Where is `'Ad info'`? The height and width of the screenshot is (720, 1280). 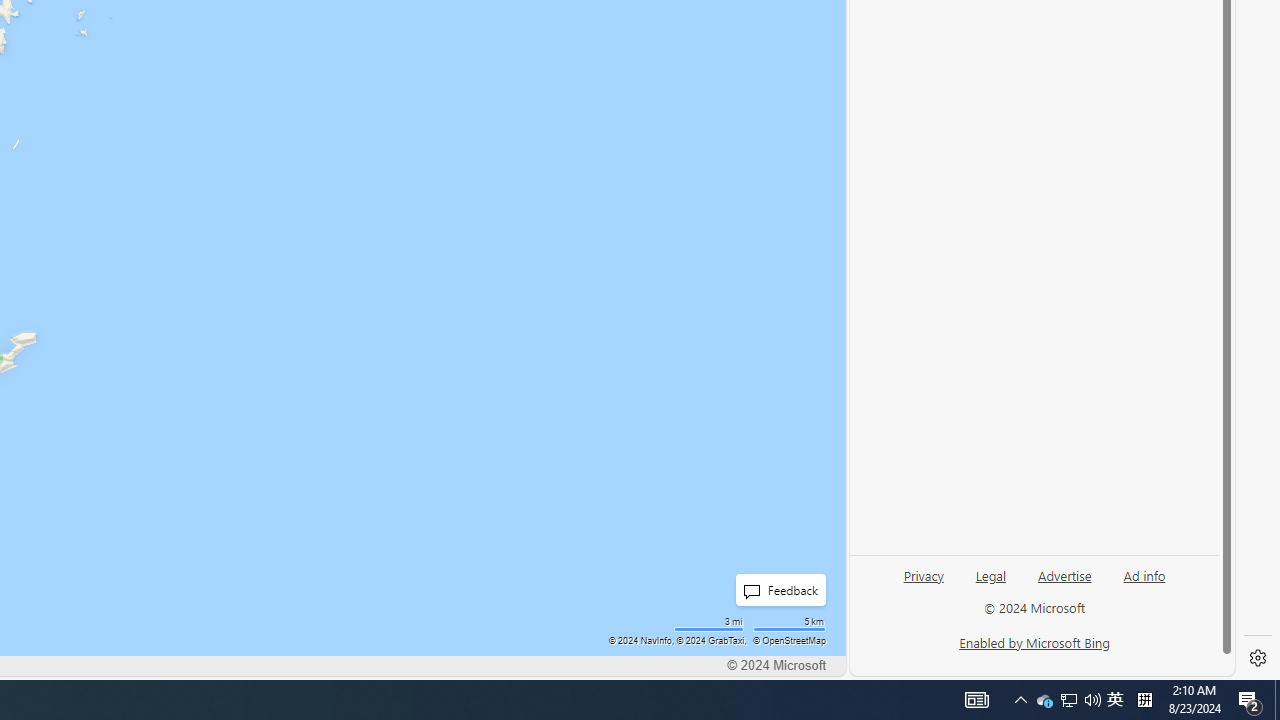
'Ad info' is located at coordinates (1144, 583).